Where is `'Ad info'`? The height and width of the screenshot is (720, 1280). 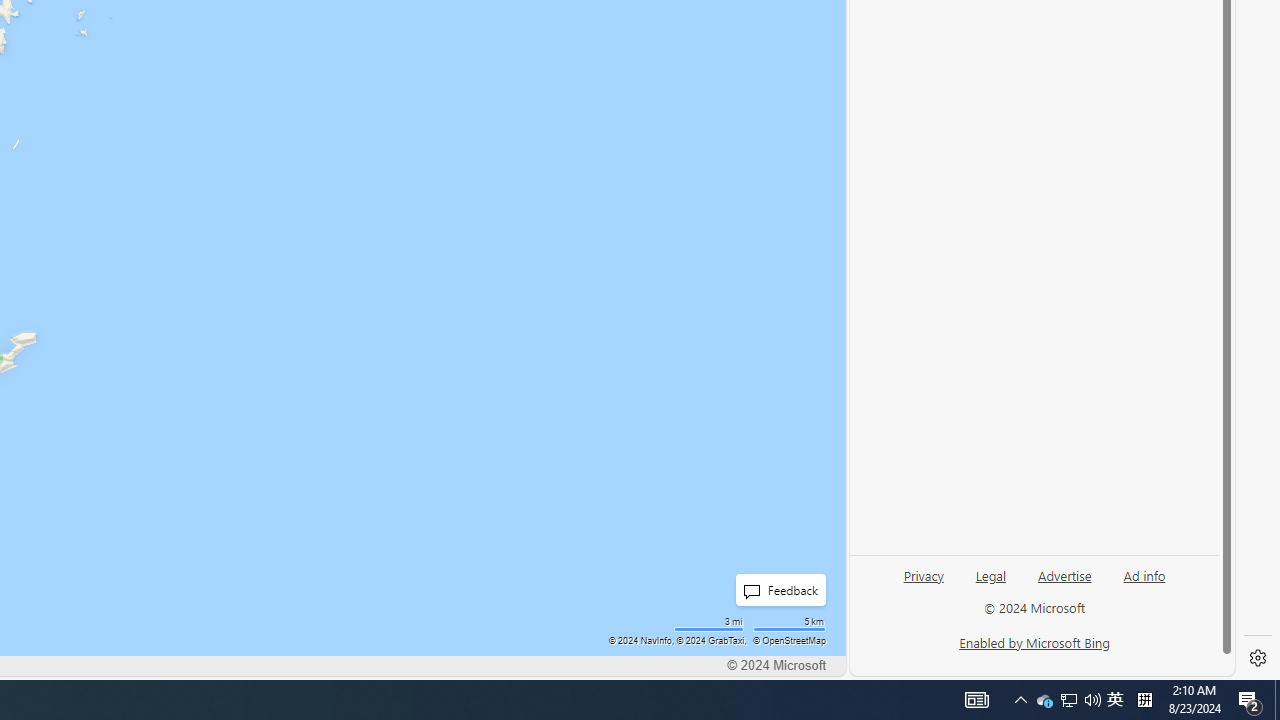
'Ad info' is located at coordinates (1144, 583).